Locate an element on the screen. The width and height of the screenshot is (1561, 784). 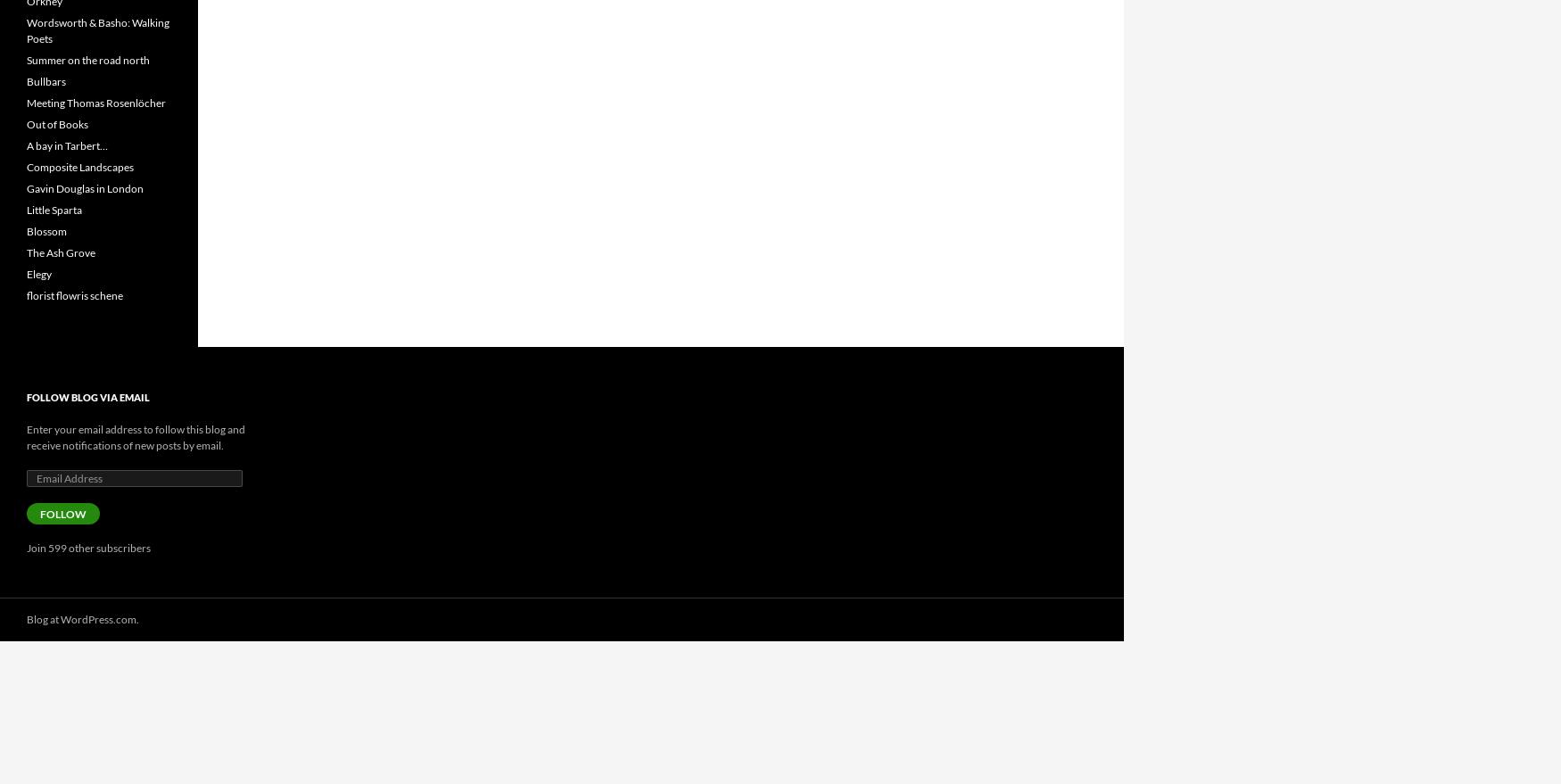
'Out of Books' is located at coordinates (57, 124).